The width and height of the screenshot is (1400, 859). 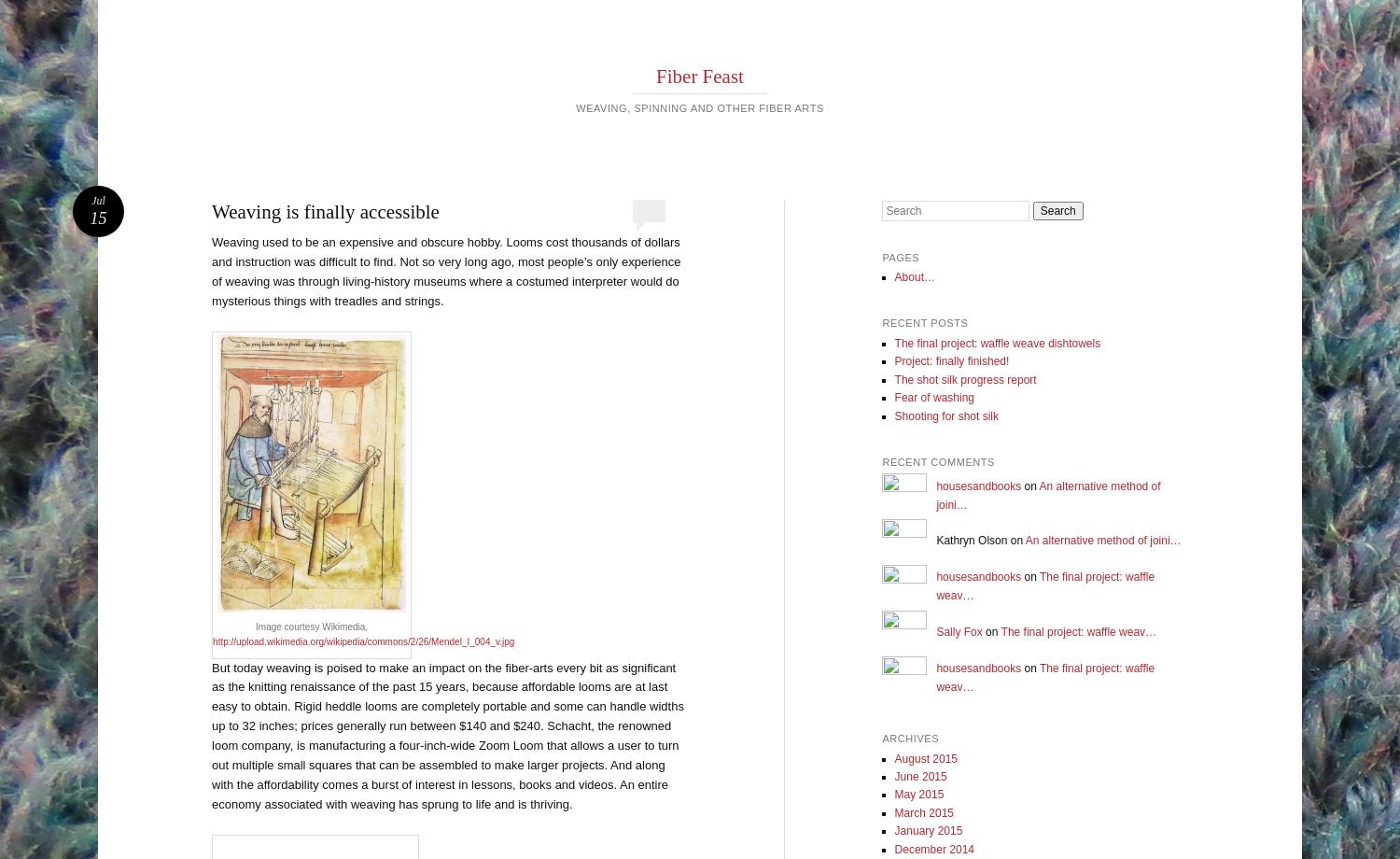 I want to click on 'June 2015', so click(x=918, y=775).